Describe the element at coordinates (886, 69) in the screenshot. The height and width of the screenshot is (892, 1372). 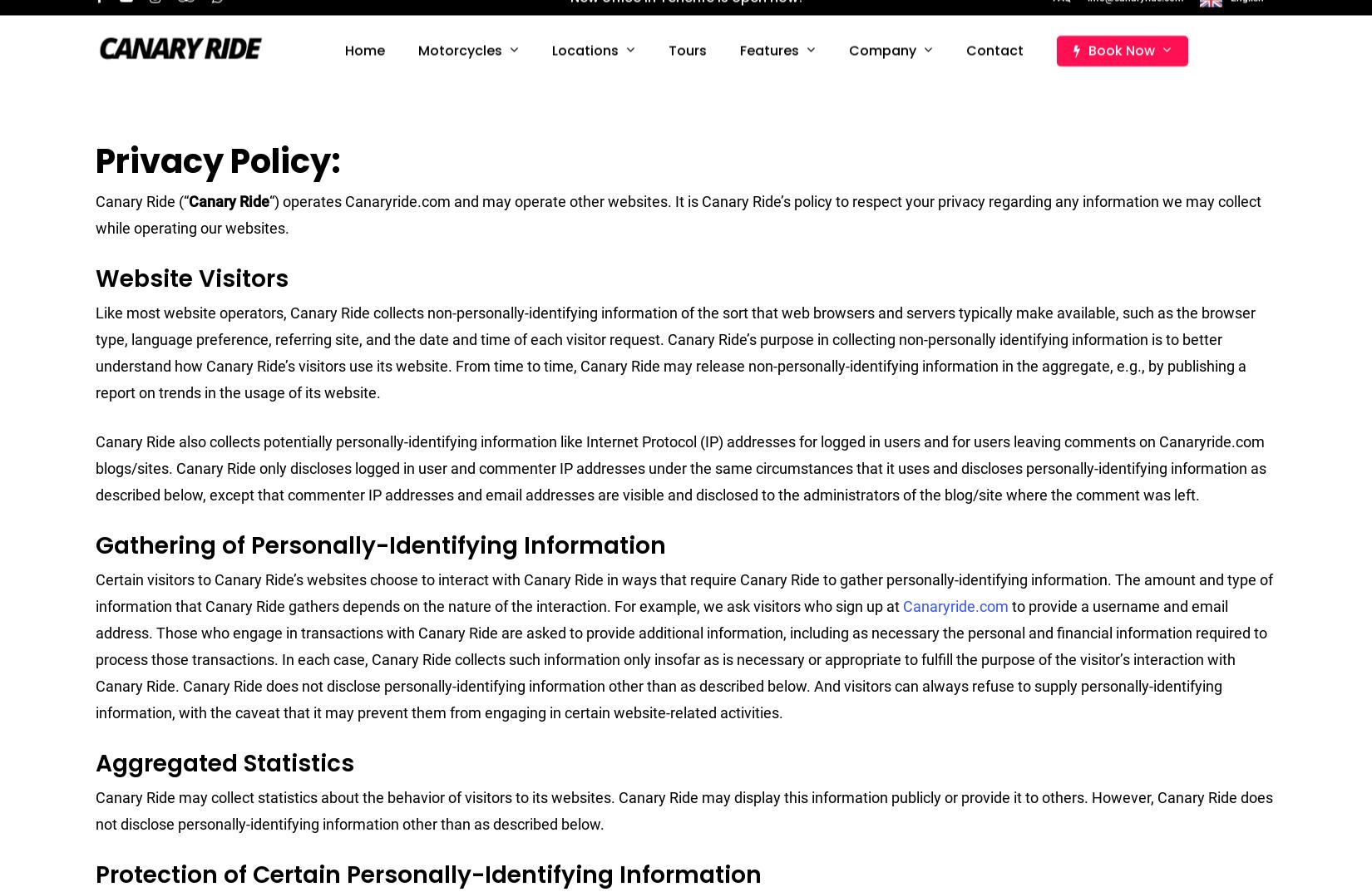
I see `'Company'` at that location.